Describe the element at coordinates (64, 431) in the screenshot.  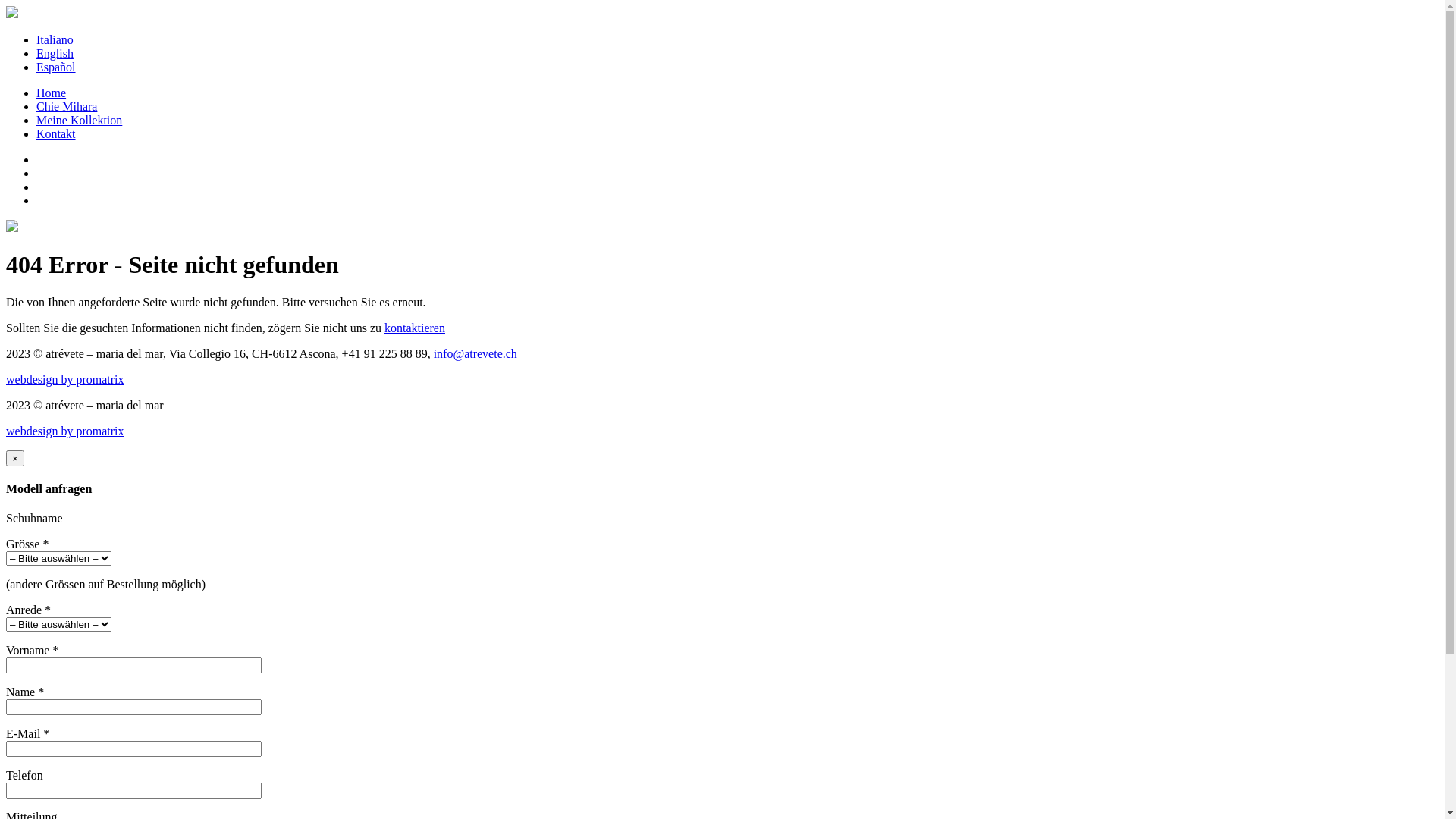
I see `'webdesign by promatrix'` at that location.